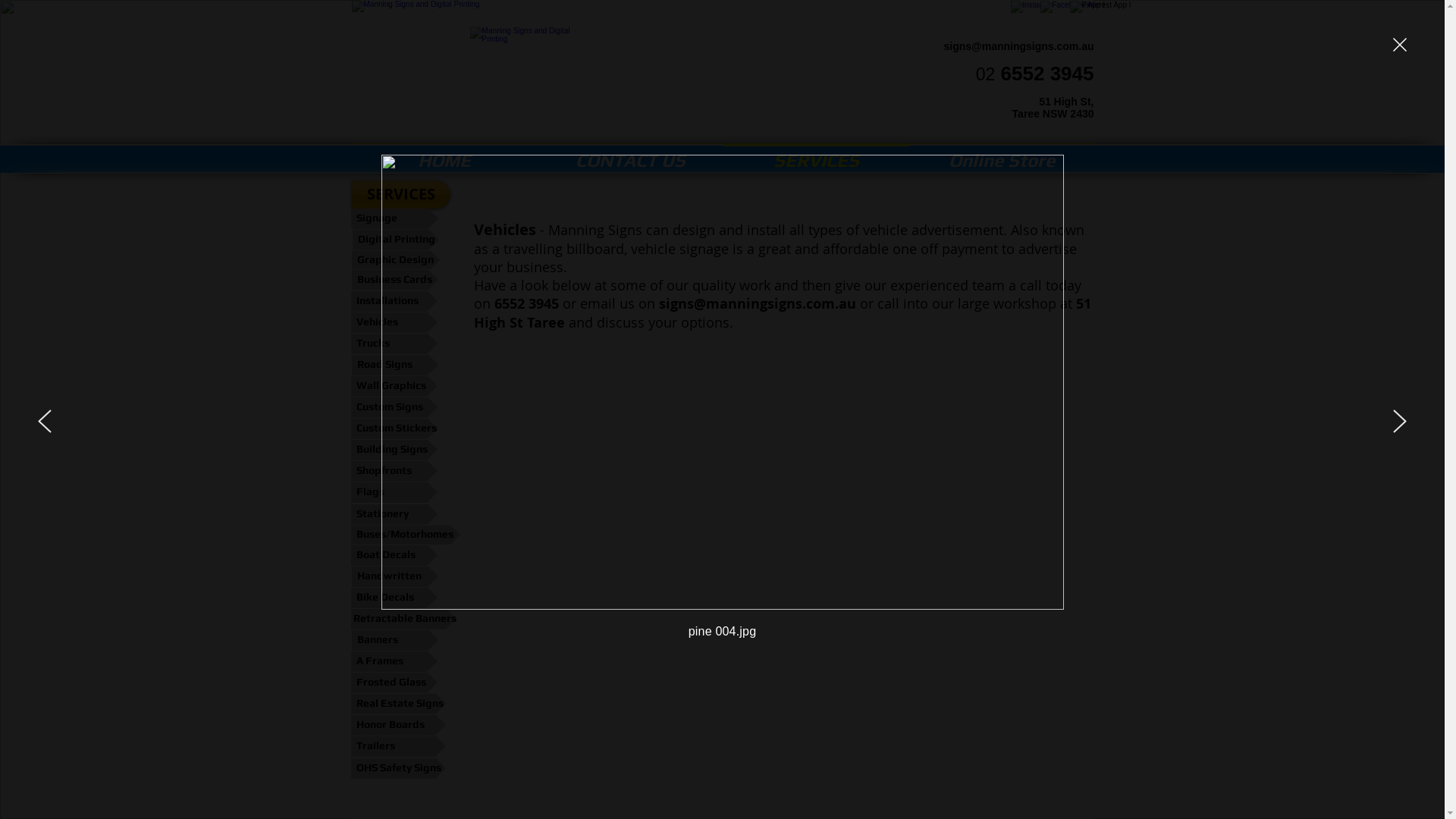  I want to click on 'CONTACT US', so click(629, 154).